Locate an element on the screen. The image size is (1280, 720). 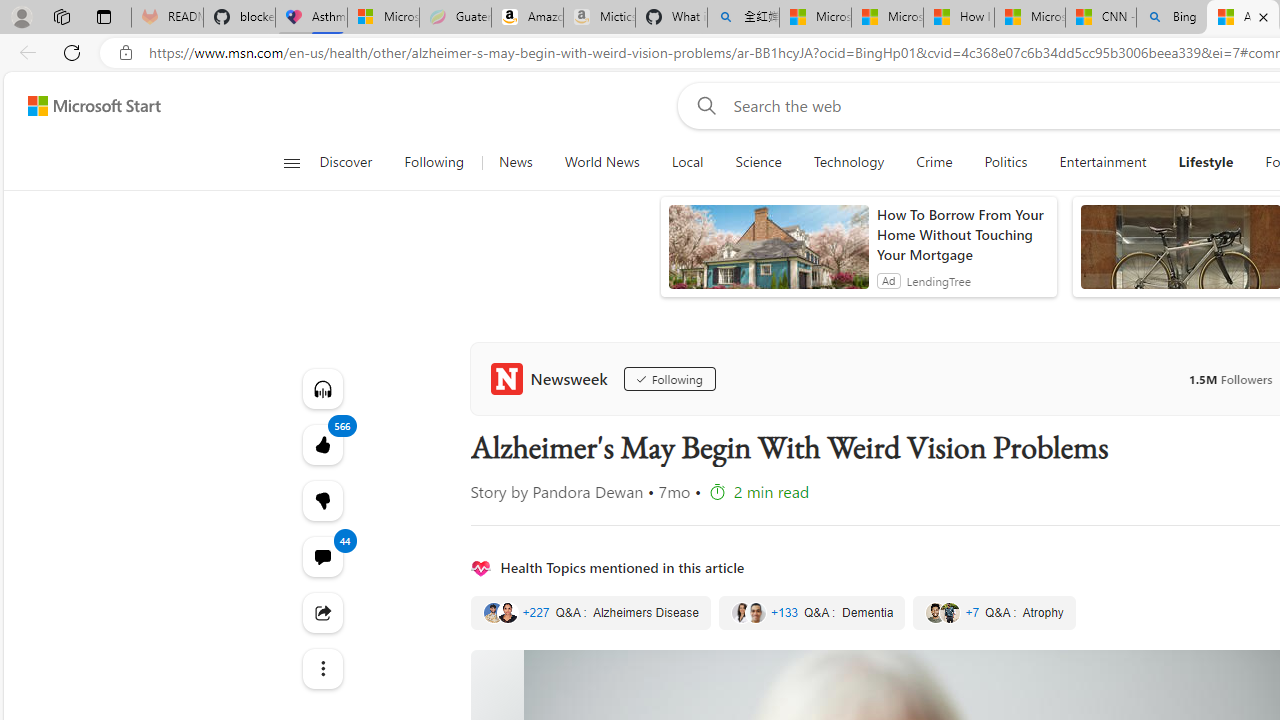
'Class: quote-thumbnail' is located at coordinates (950, 612).